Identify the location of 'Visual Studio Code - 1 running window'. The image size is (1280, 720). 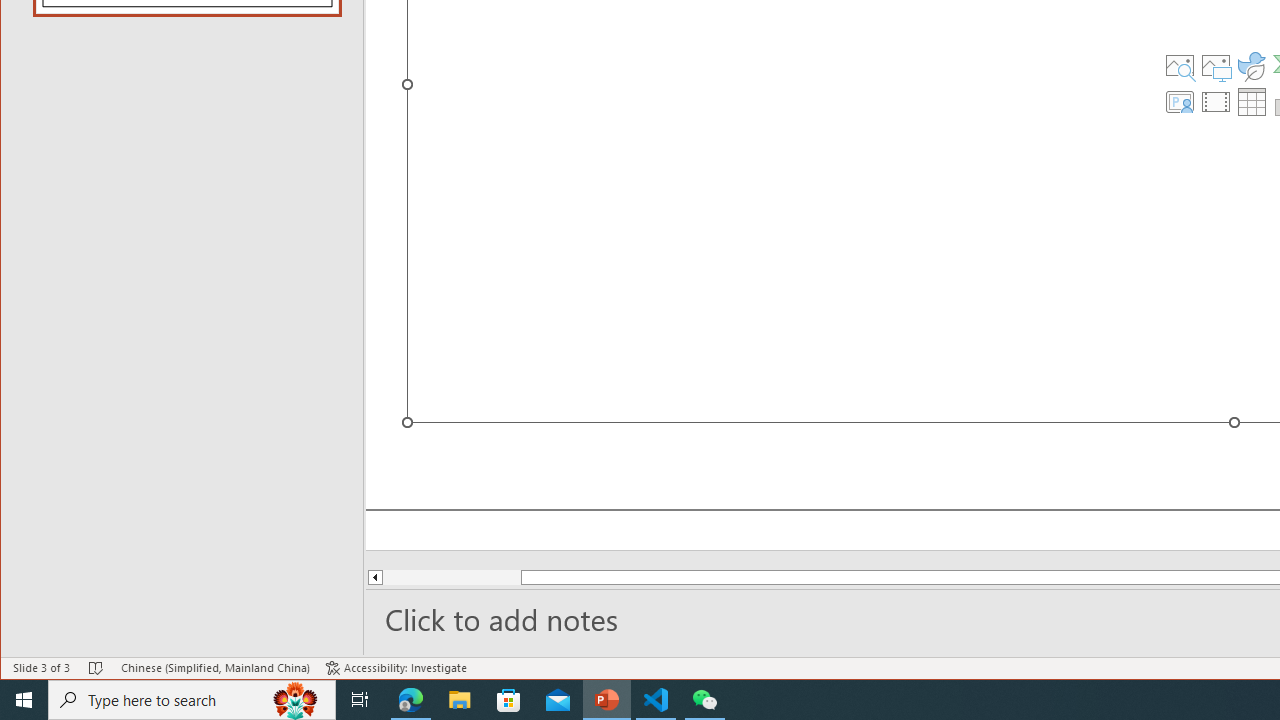
(656, 698).